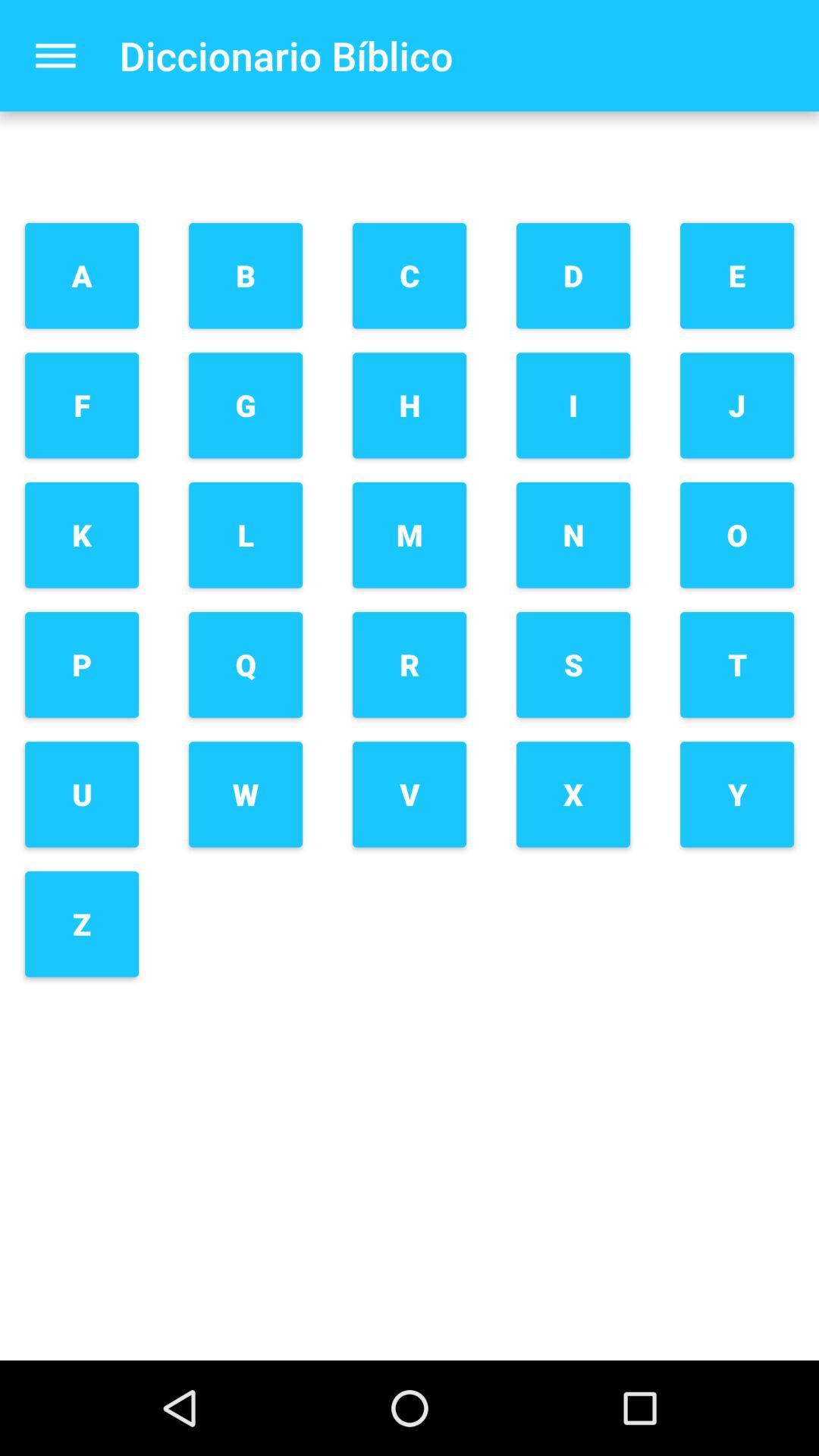 This screenshot has width=819, height=1456. I want to click on i icon, so click(573, 405).